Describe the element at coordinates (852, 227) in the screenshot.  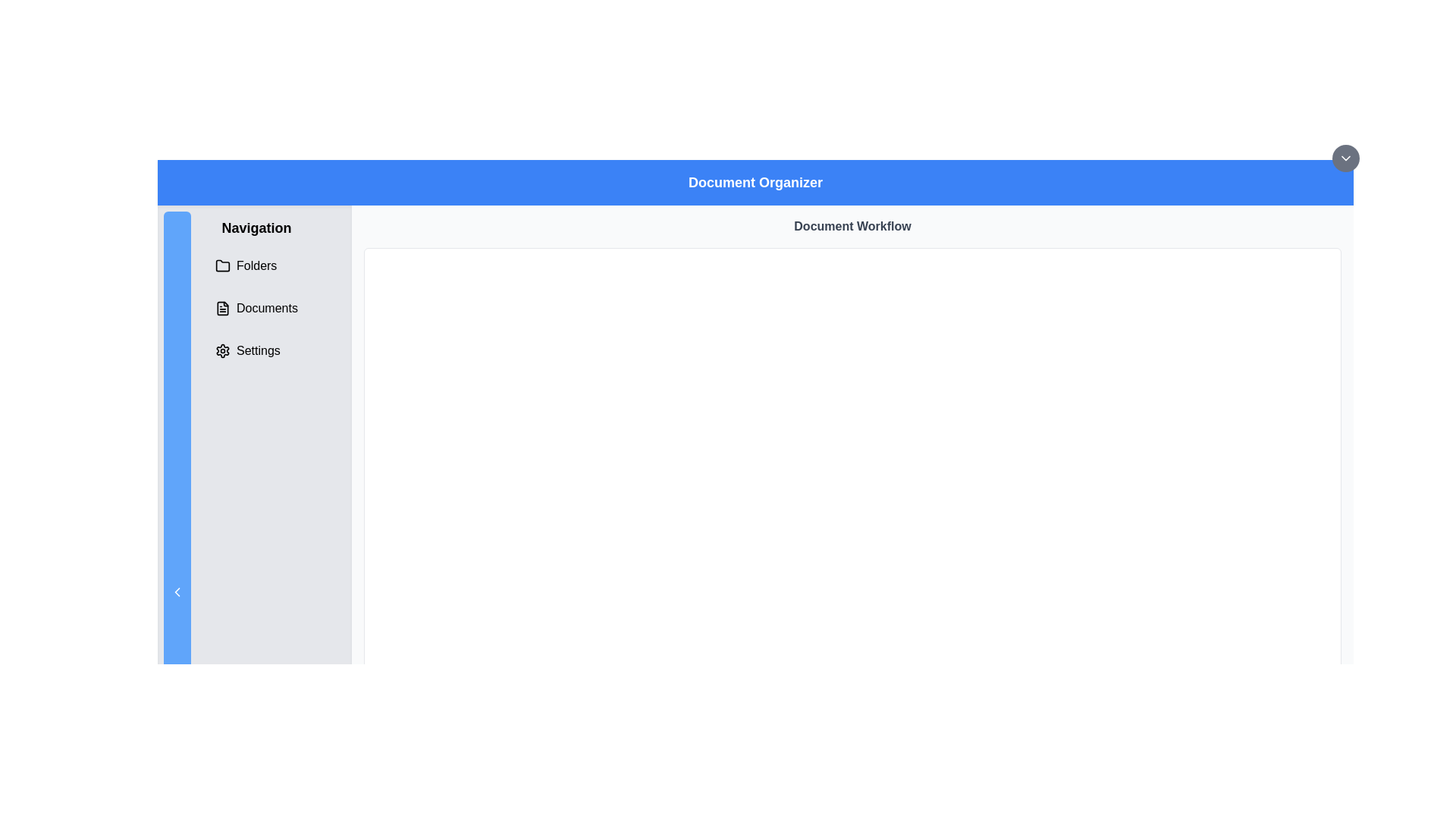
I see `the static text element displaying 'Document Workflow', which is styled in bold dark gray and located beneath the blue header 'Document Organizer'` at that location.